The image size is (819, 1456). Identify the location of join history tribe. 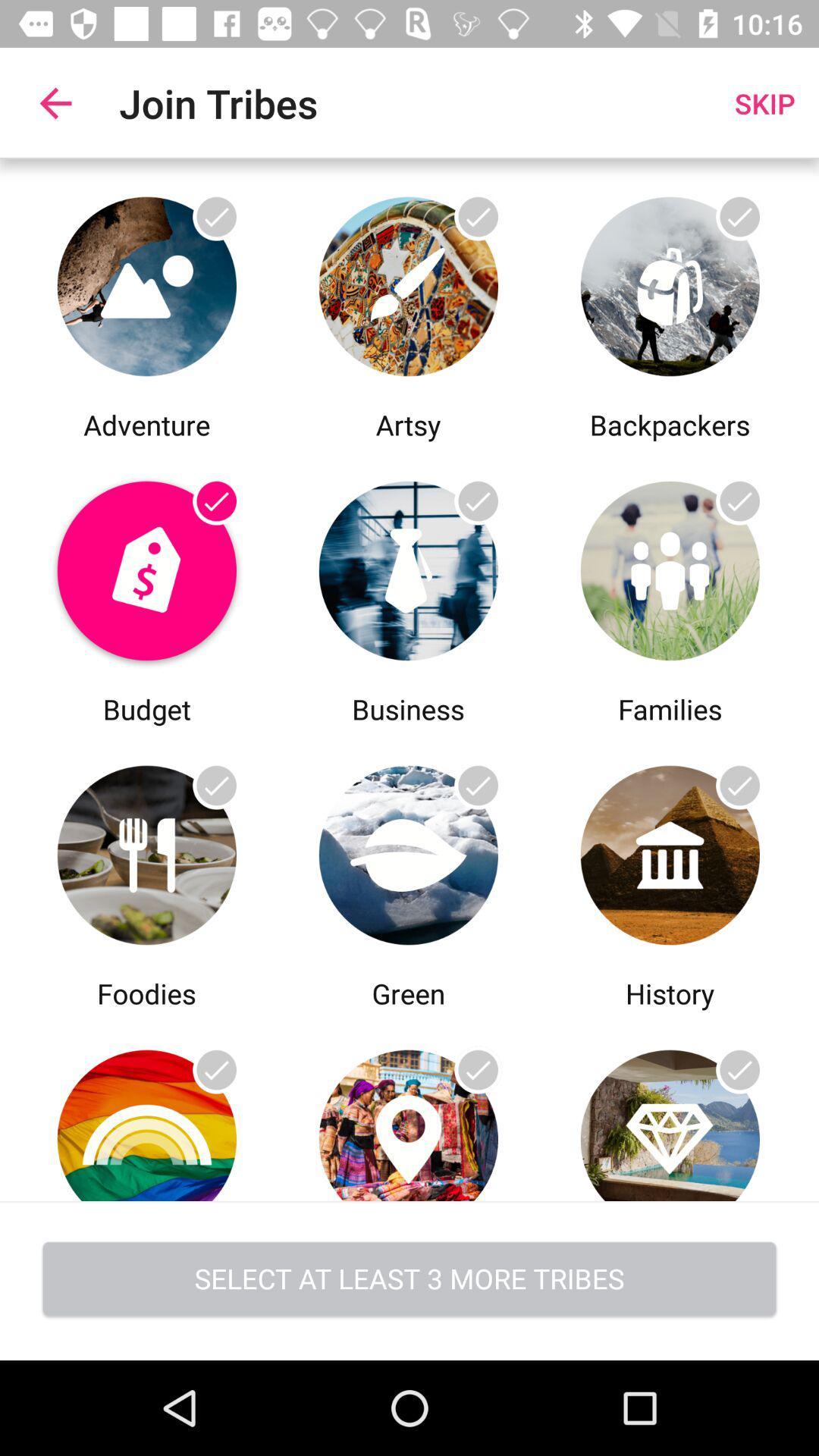
(669, 851).